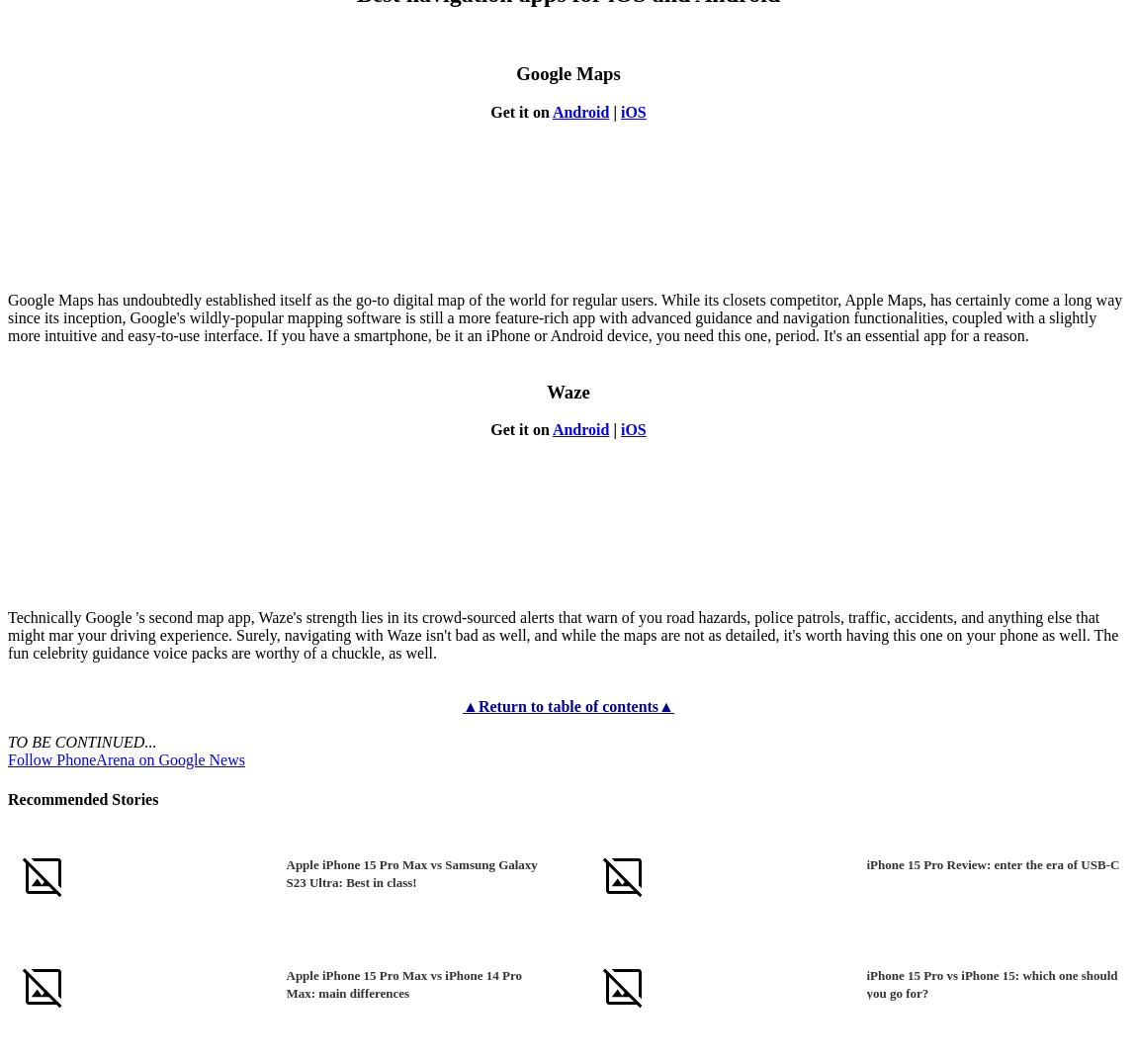 The width and height of the screenshot is (1137, 1064). I want to click on 'Waze', so click(547, 390).